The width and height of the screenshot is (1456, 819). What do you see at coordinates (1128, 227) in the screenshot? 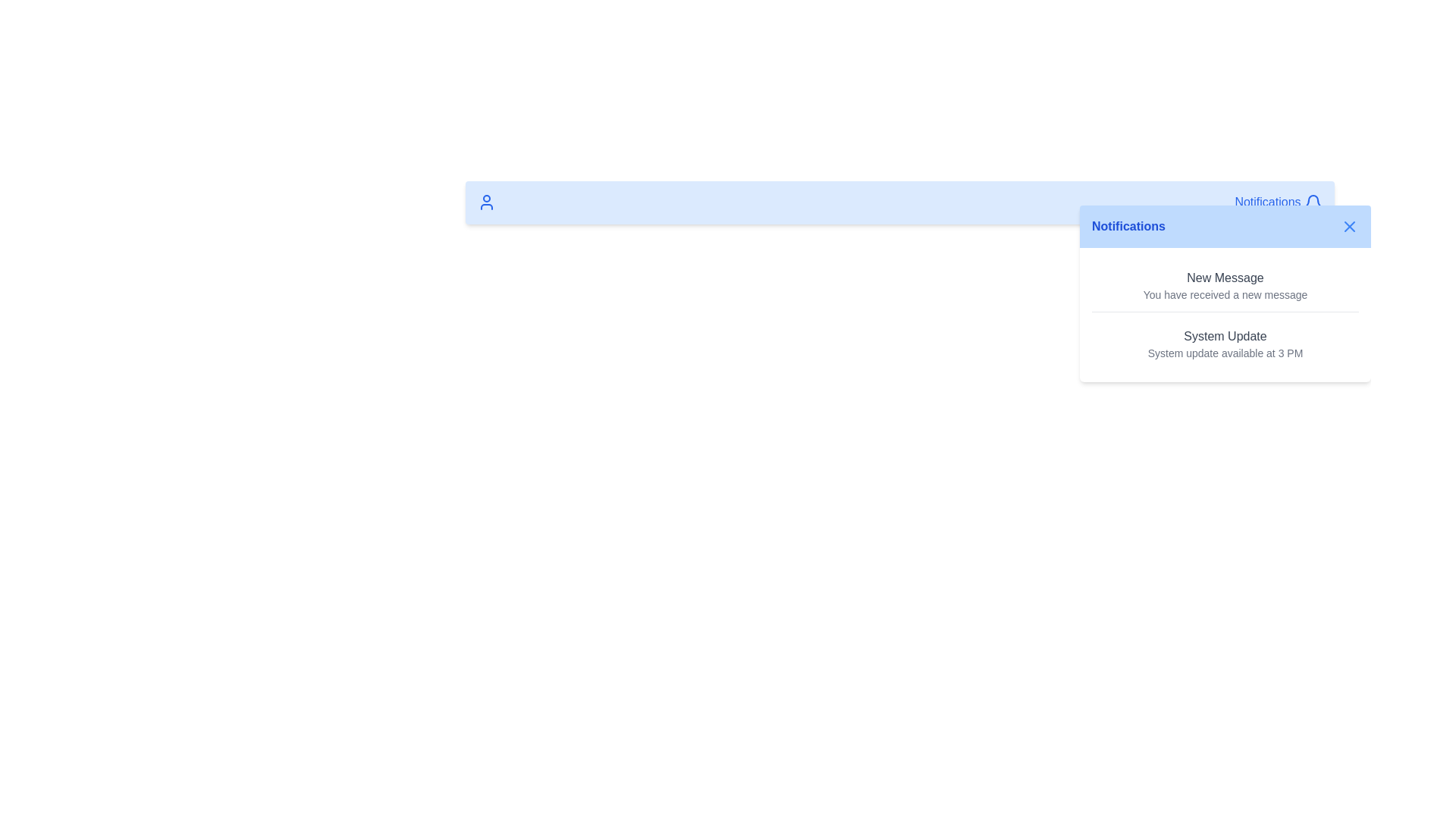
I see `the Text label in the notification dropdown header to access nearby elements for closing the dropdown or interacting with notifications` at bounding box center [1128, 227].